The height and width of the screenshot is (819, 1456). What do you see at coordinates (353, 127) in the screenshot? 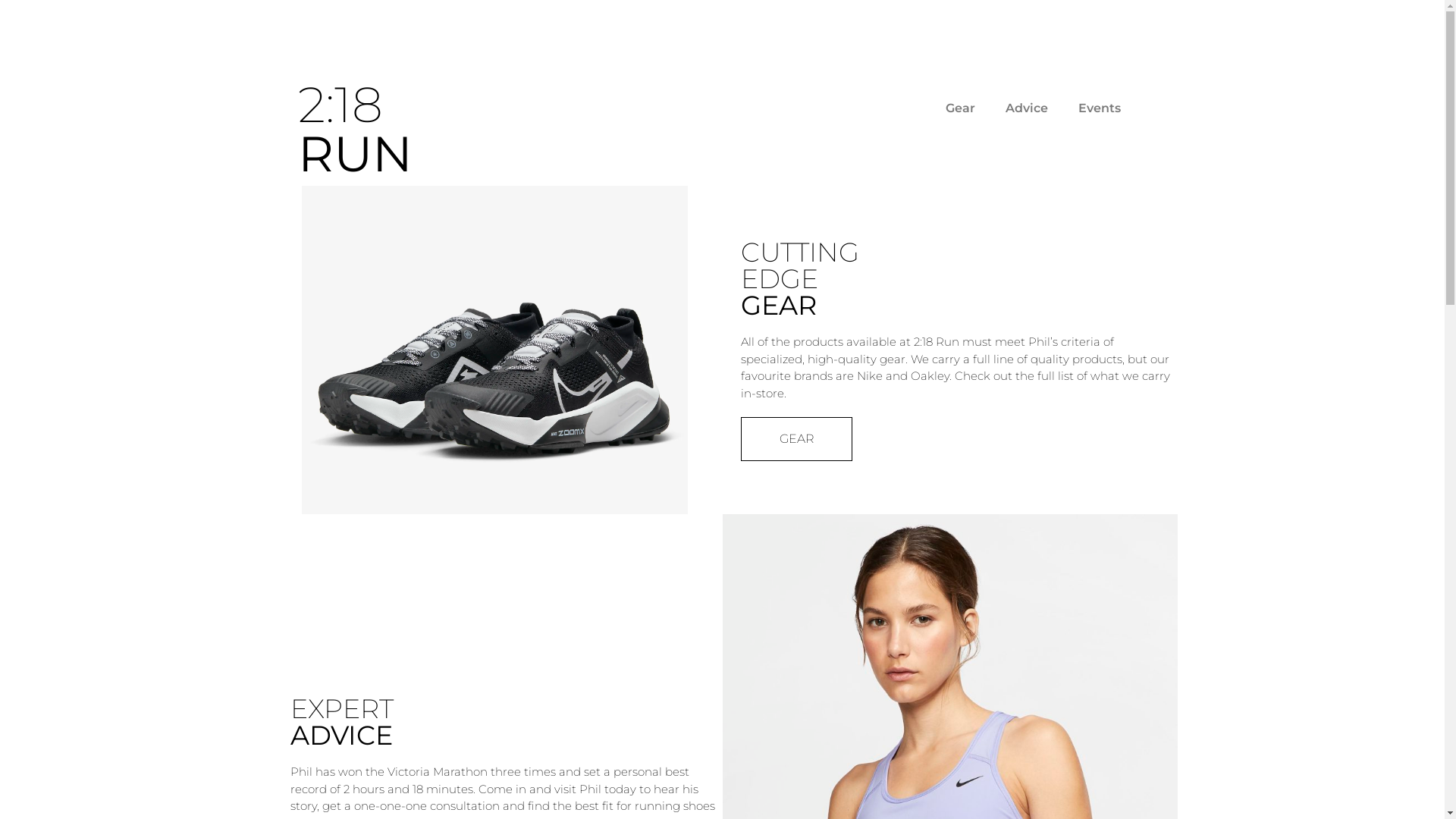
I see `'2:18` at bounding box center [353, 127].